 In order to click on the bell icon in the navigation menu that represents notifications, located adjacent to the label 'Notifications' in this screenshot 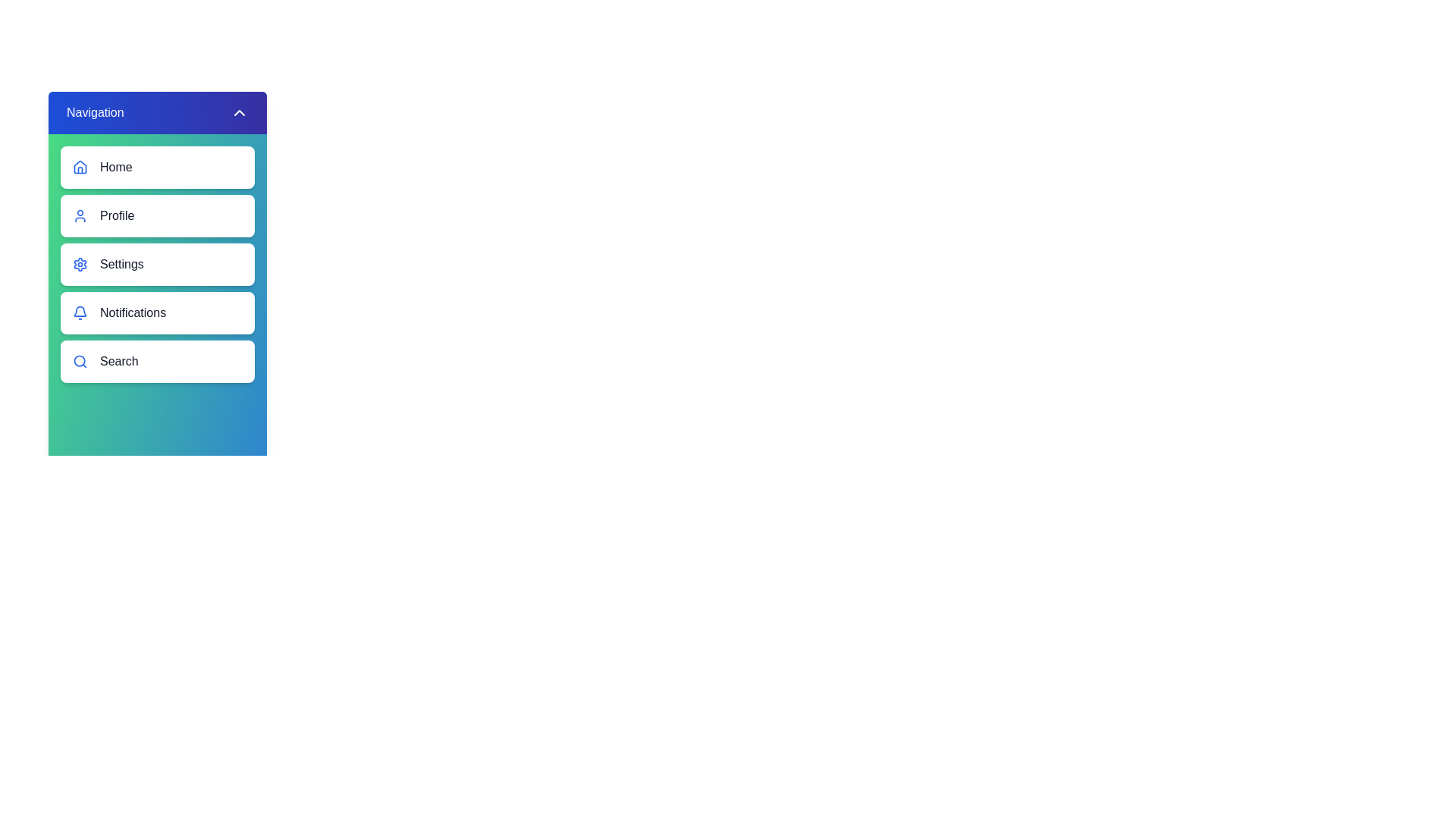, I will do `click(79, 312)`.